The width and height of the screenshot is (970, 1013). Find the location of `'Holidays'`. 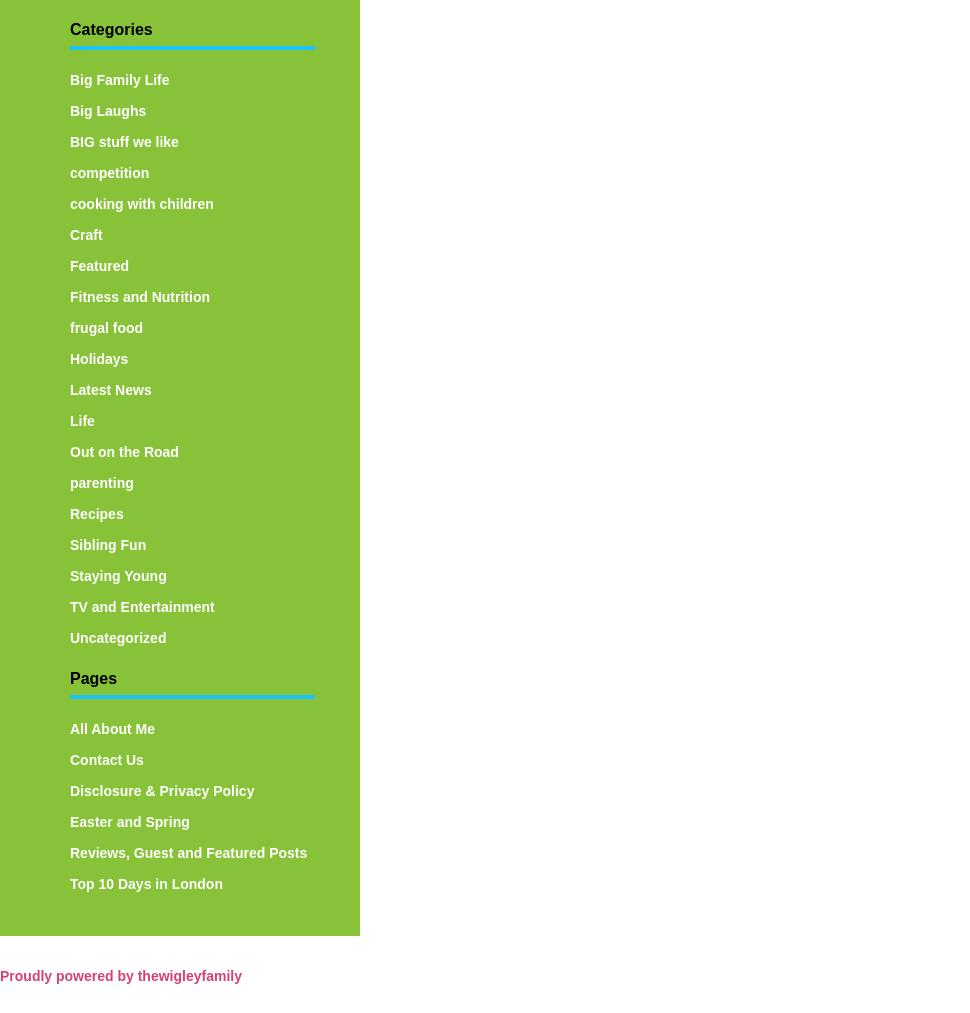

'Holidays' is located at coordinates (99, 357).